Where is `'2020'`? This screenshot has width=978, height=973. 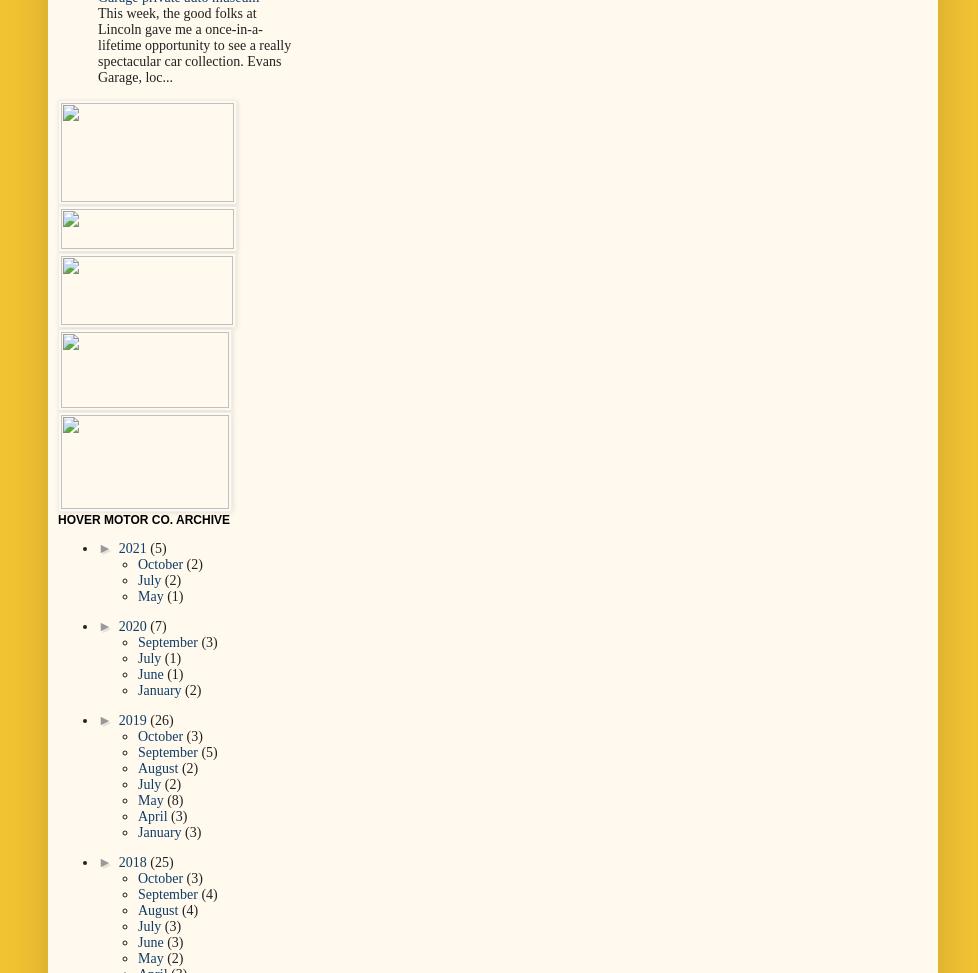
'2020' is located at coordinates (133, 625).